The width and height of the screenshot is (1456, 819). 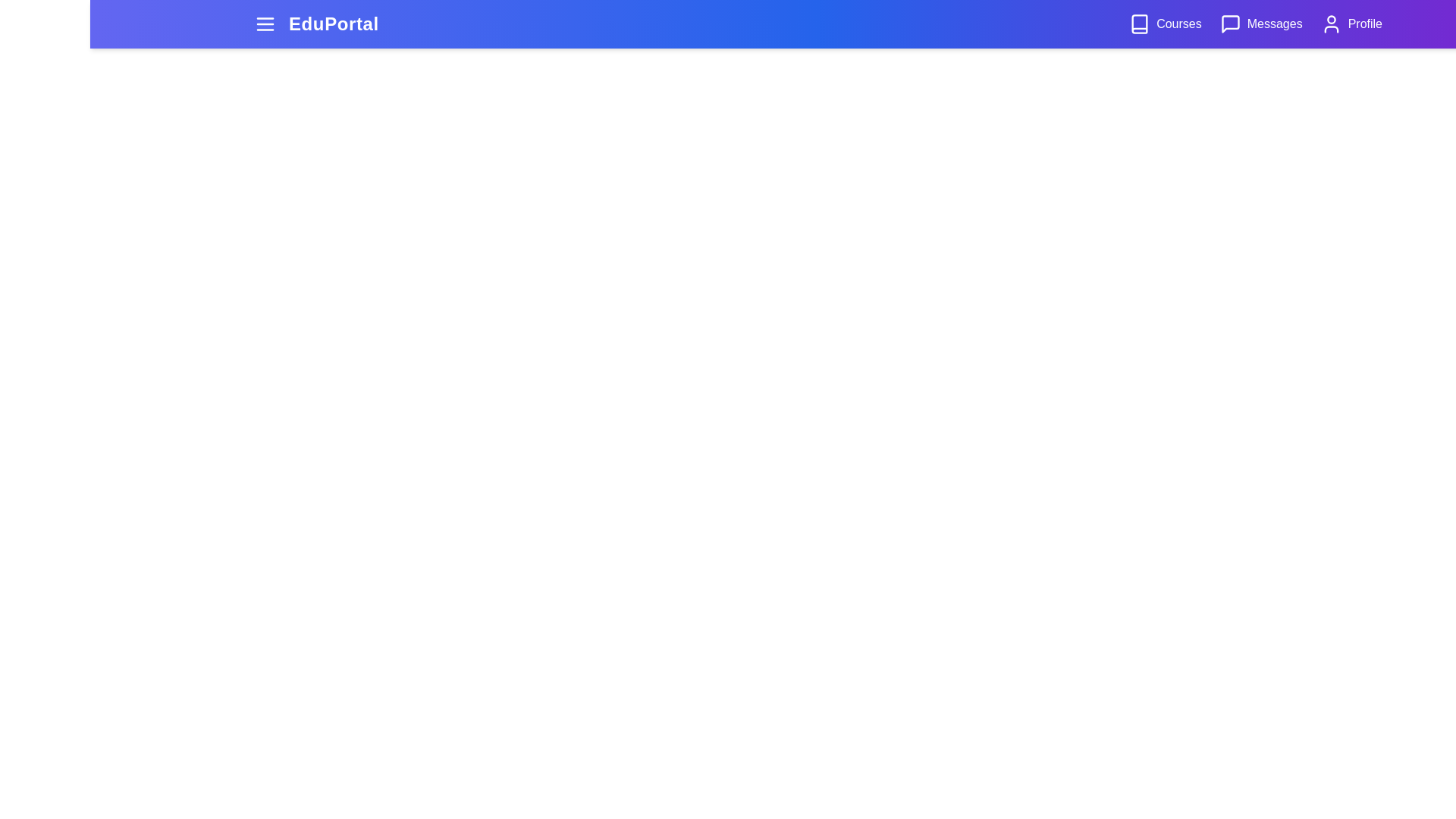 I want to click on the 'Courses' button to navigate to the courses section, so click(x=1164, y=24).